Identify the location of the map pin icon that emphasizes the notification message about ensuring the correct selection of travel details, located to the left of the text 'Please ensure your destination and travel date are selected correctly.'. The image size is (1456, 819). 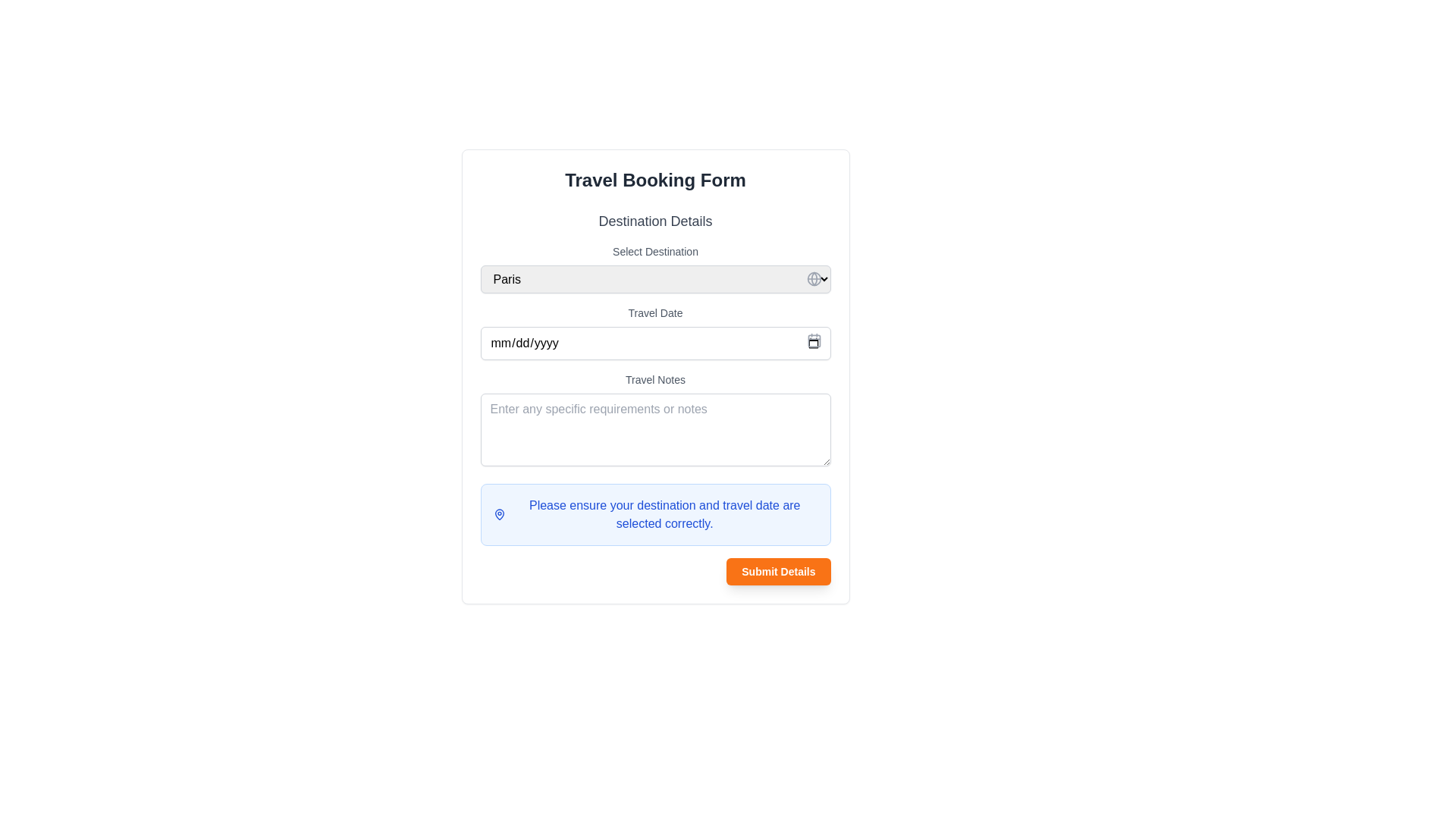
(499, 513).